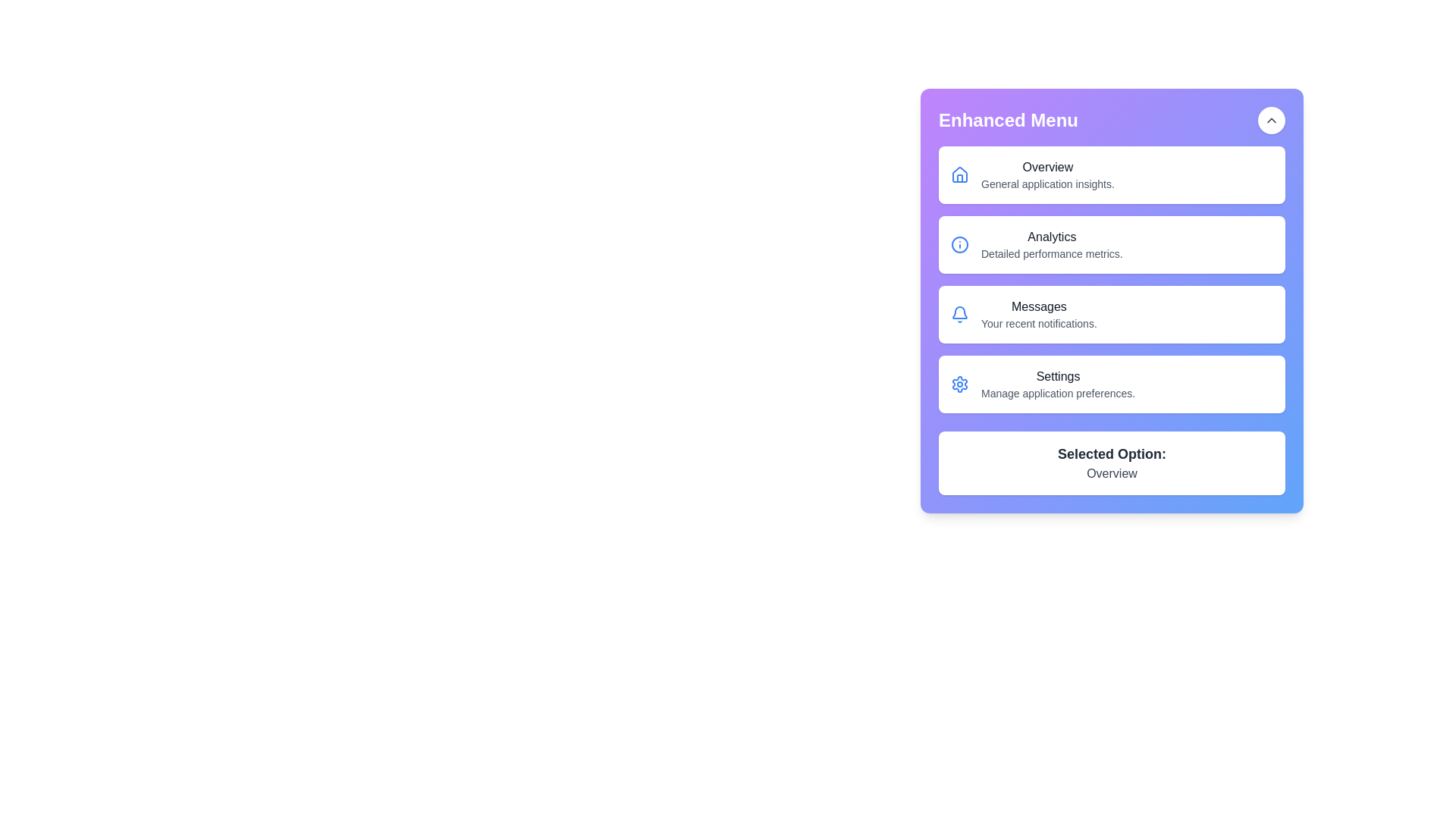  Describe the element at coordinates (1112, 383) in the screenshot. I see `the 'Settings' button, which is a rectangular button with a white background, rounded corners, and a gear icon on the left` at that location.